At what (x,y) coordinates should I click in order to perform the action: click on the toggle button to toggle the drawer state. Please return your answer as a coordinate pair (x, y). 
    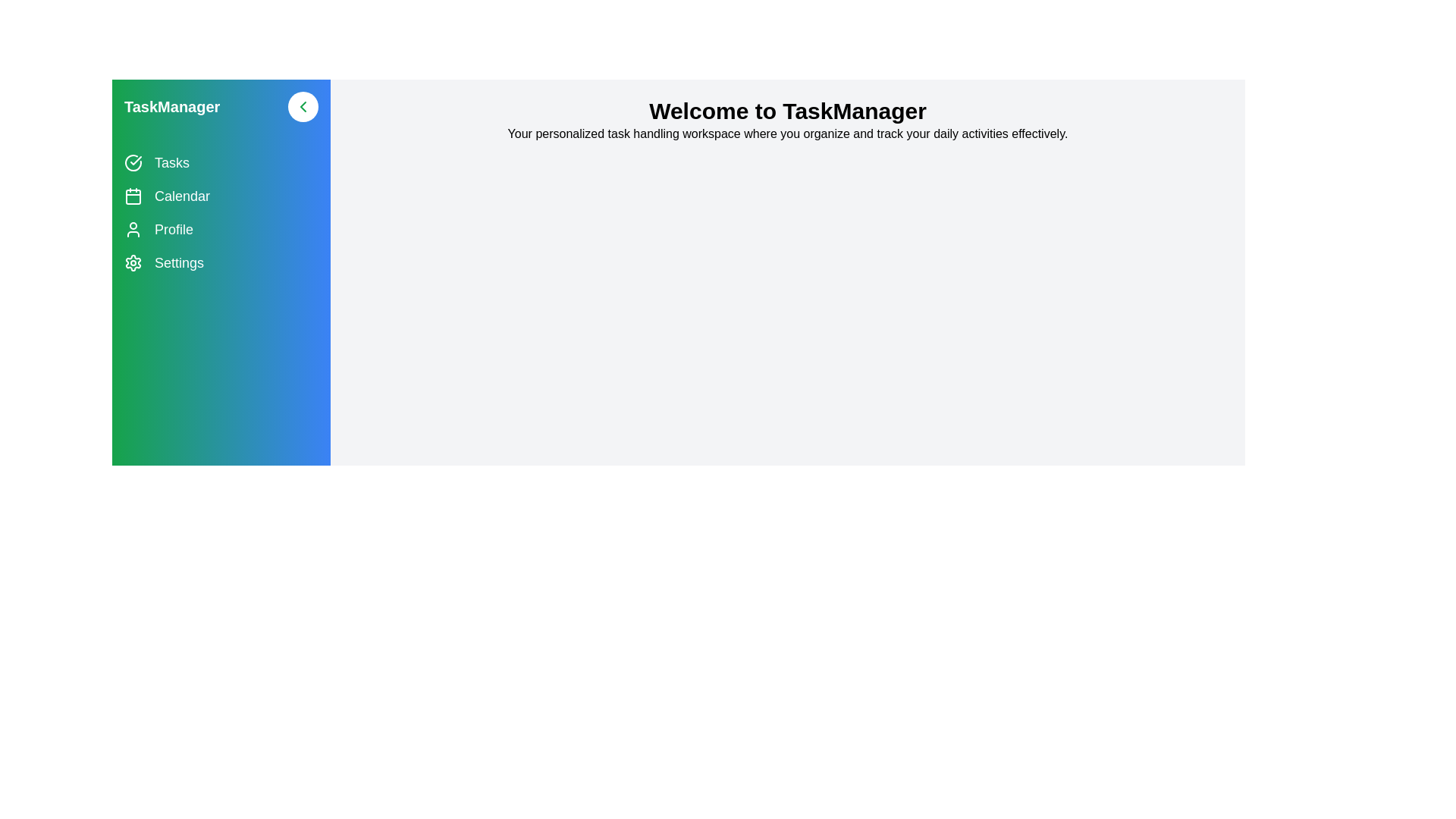
    Looking at the image, I should click on (303, 106).